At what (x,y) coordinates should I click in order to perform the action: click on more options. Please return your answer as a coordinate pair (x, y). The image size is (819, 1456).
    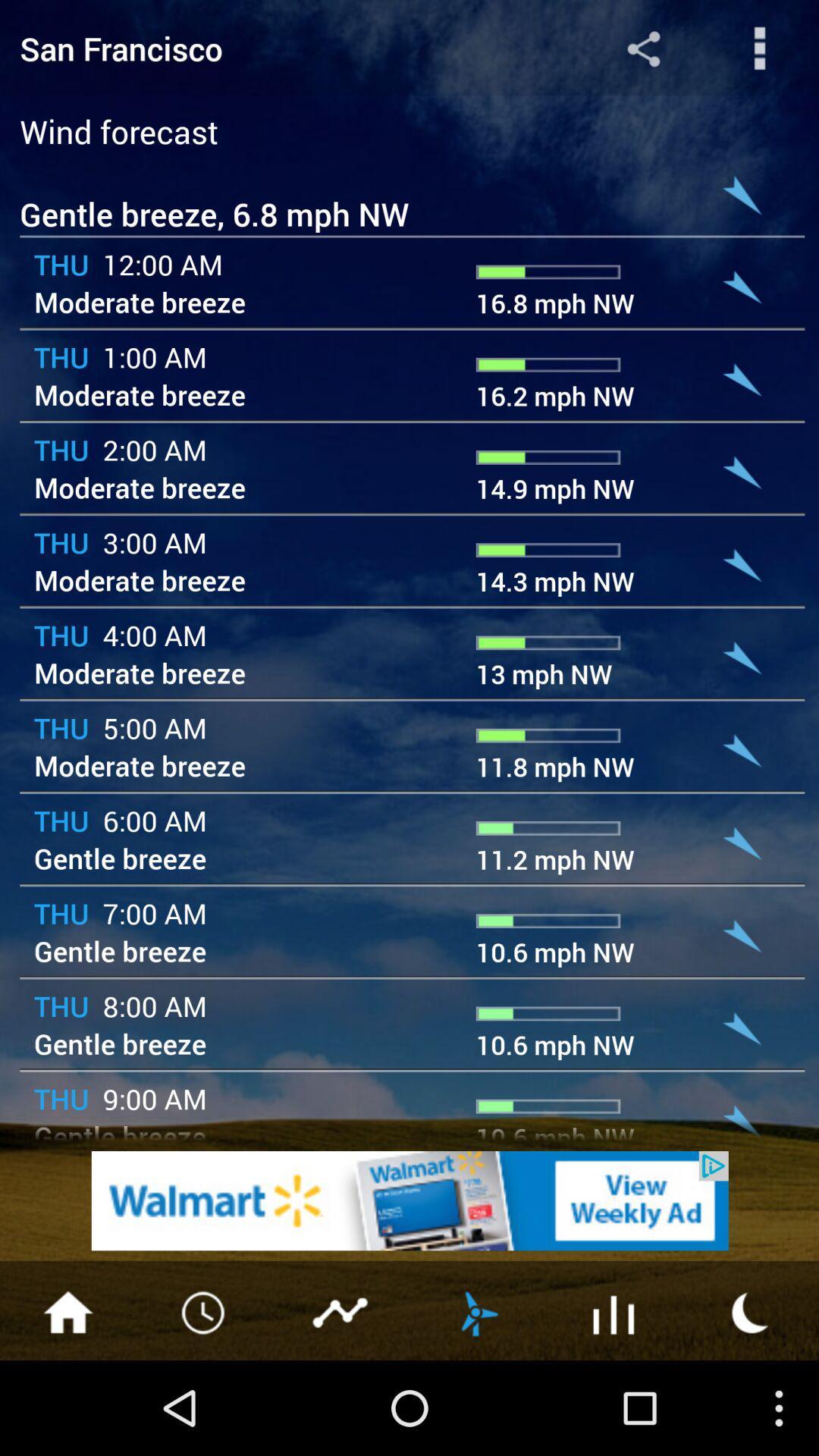
    Looking at the image, I should click on (760, 48).